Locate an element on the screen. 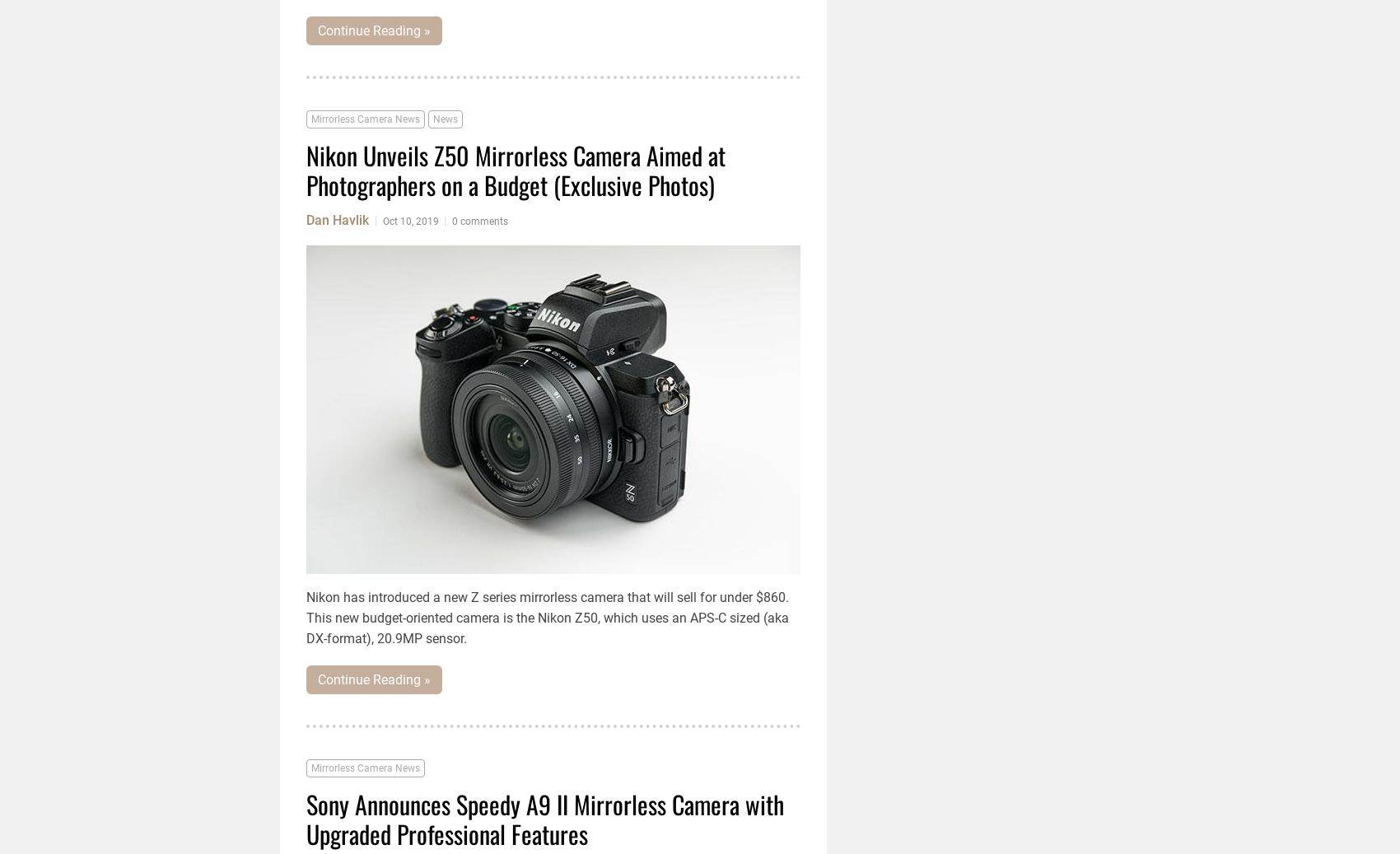 Image resolution: width=1400 pixels, height=854 pixels. 'Nikon has introduced a new Z series mirrorless camera that will sell for under $860. This new budget-oriented camera is the Nikon Z50, which uses an APS-C sized (aka DX-format), 20.9MP sensor.' is located at coordinates (305, 618).